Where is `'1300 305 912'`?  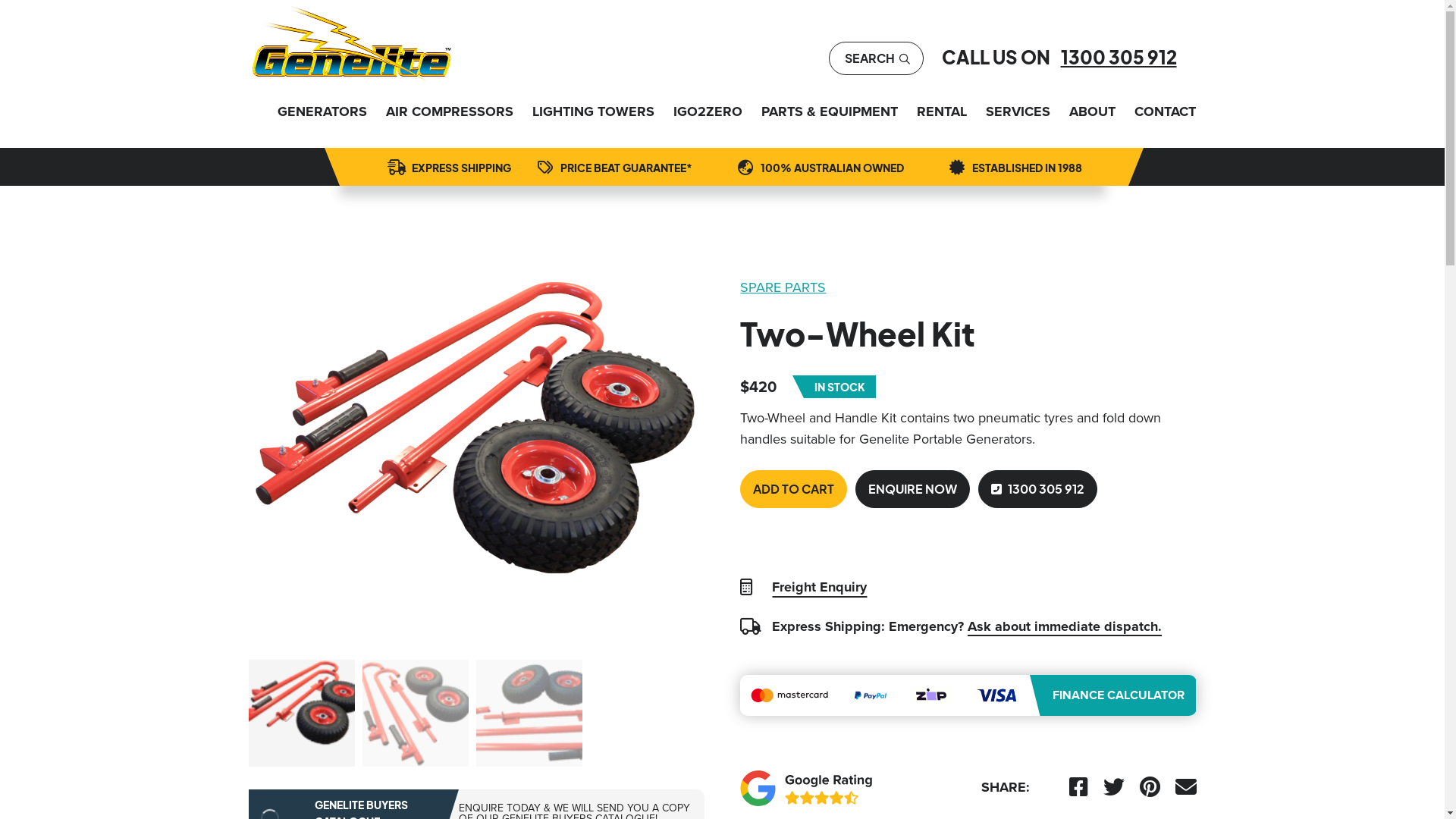 '1300 305 912' is located at coordinates (1118, 55).